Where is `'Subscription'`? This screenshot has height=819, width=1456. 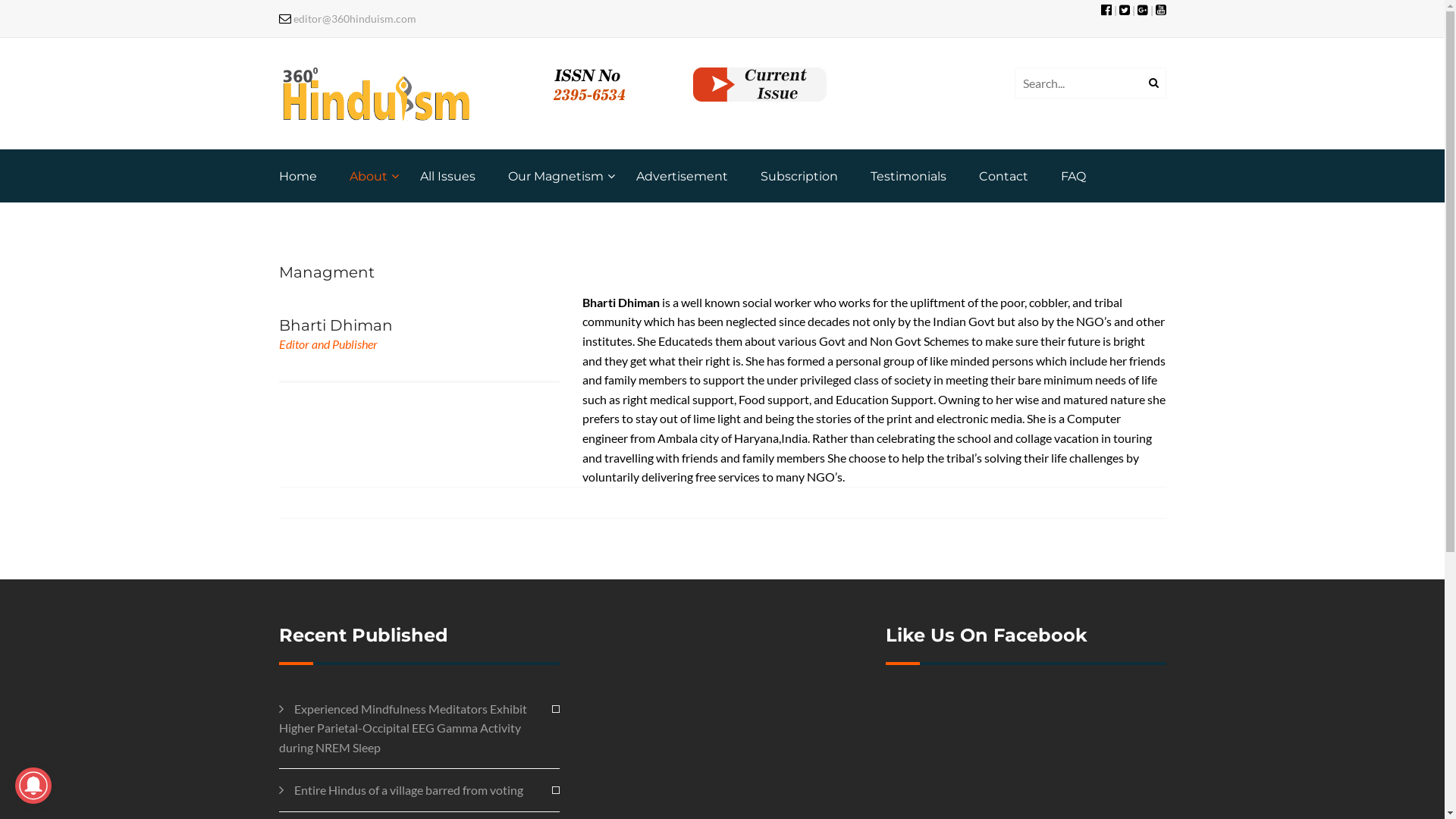
'Subscription' is located at coordinates (797, 175).